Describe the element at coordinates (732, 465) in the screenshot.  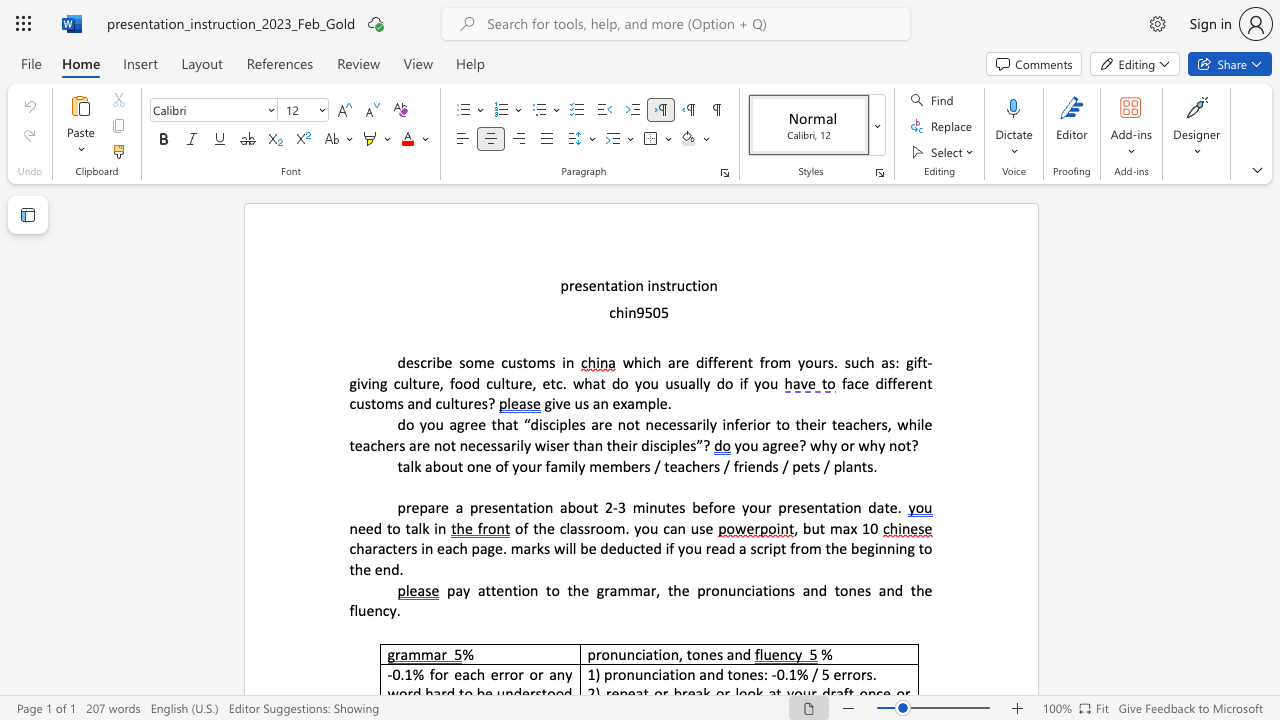
I see `the subset text "friends / pets / p" within the text "talk about one of your family members / teachers / friends / pets / plants."` at that location.